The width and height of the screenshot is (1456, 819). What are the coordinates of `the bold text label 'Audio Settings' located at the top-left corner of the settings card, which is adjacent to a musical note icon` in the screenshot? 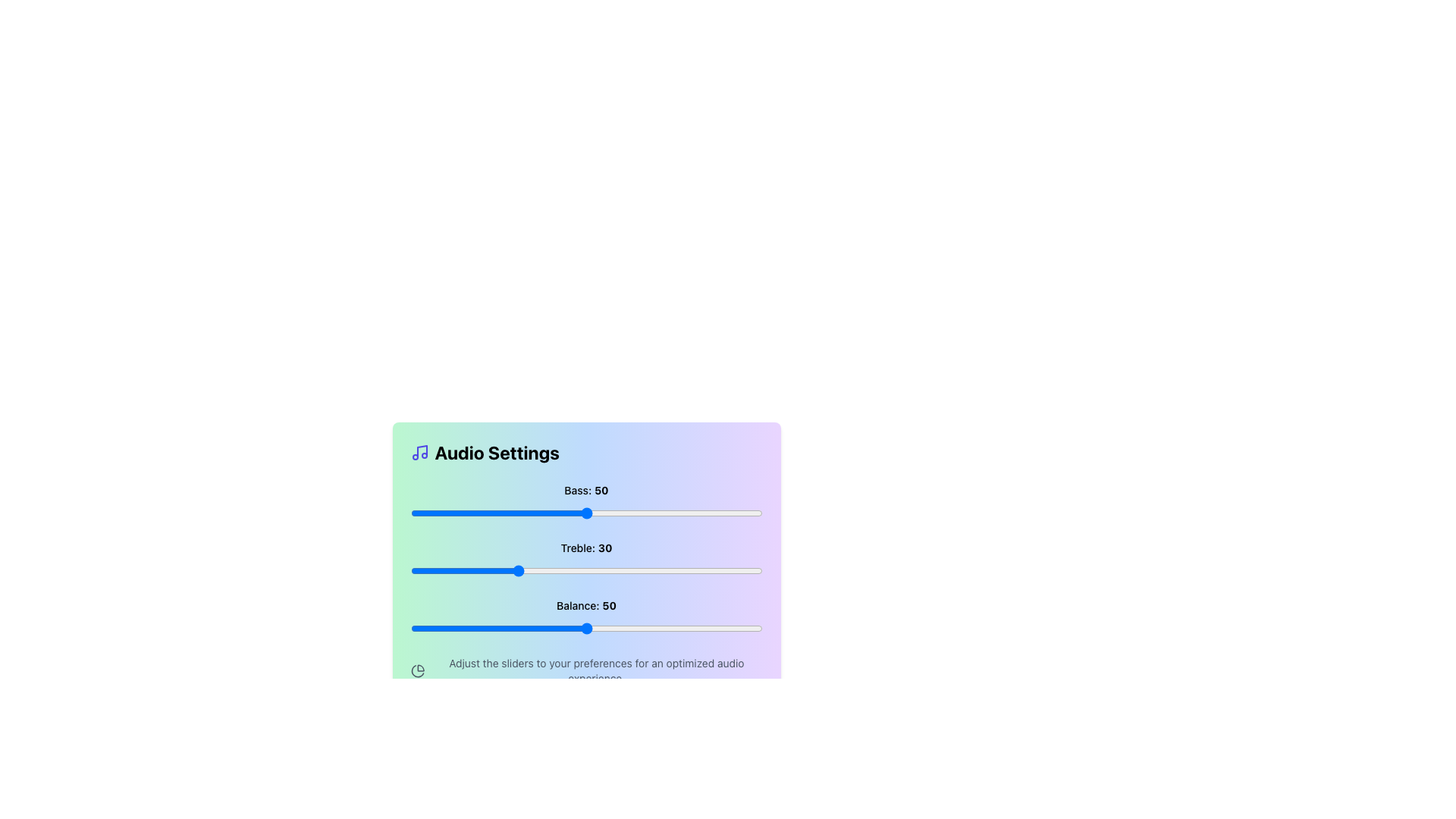 It's located at (497, 452).